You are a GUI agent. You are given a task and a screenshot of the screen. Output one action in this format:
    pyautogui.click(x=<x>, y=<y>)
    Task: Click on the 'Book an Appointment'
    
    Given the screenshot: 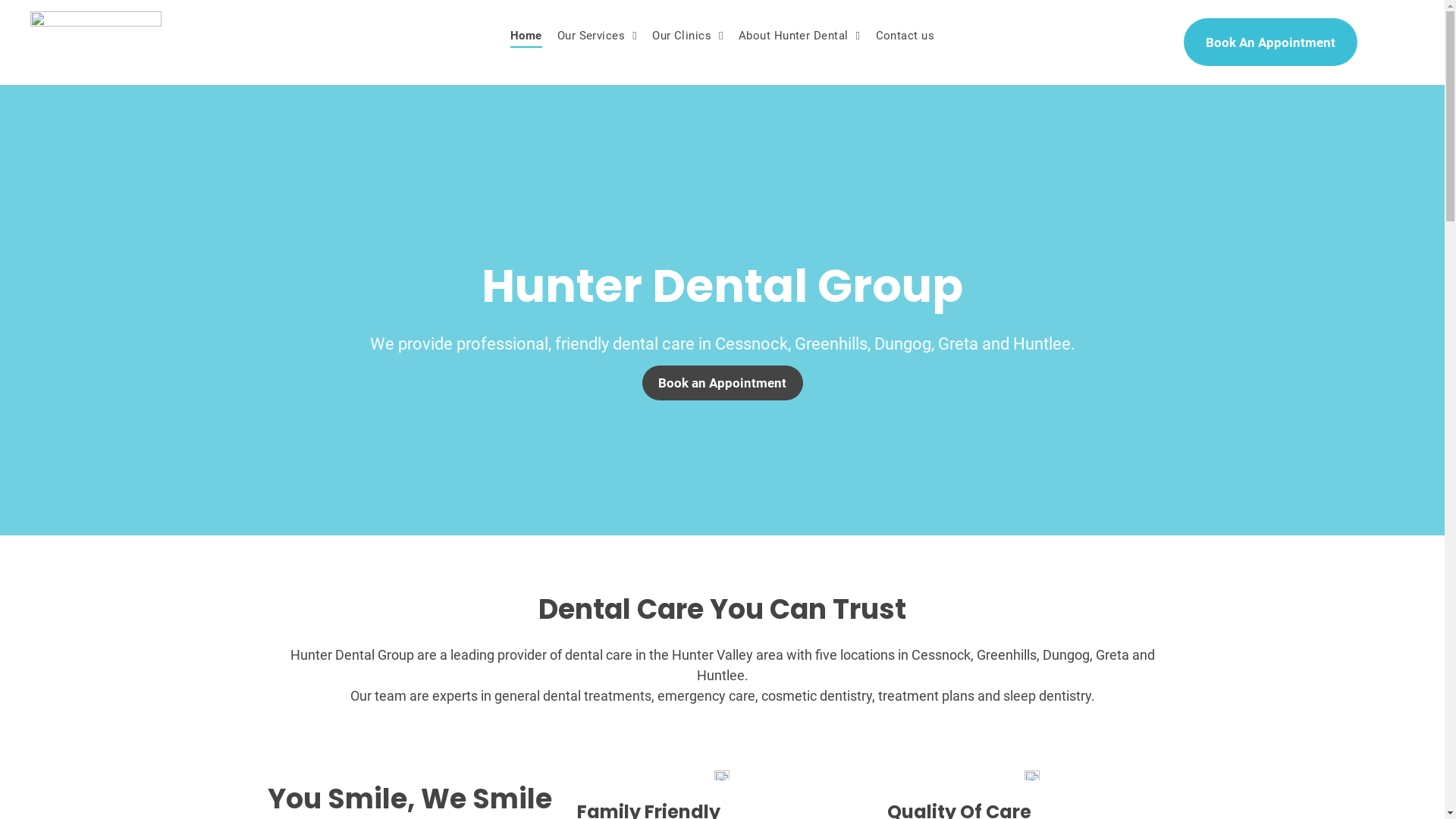 What is the action you would take?
    pyautogui.click(x=720, y=382)
    